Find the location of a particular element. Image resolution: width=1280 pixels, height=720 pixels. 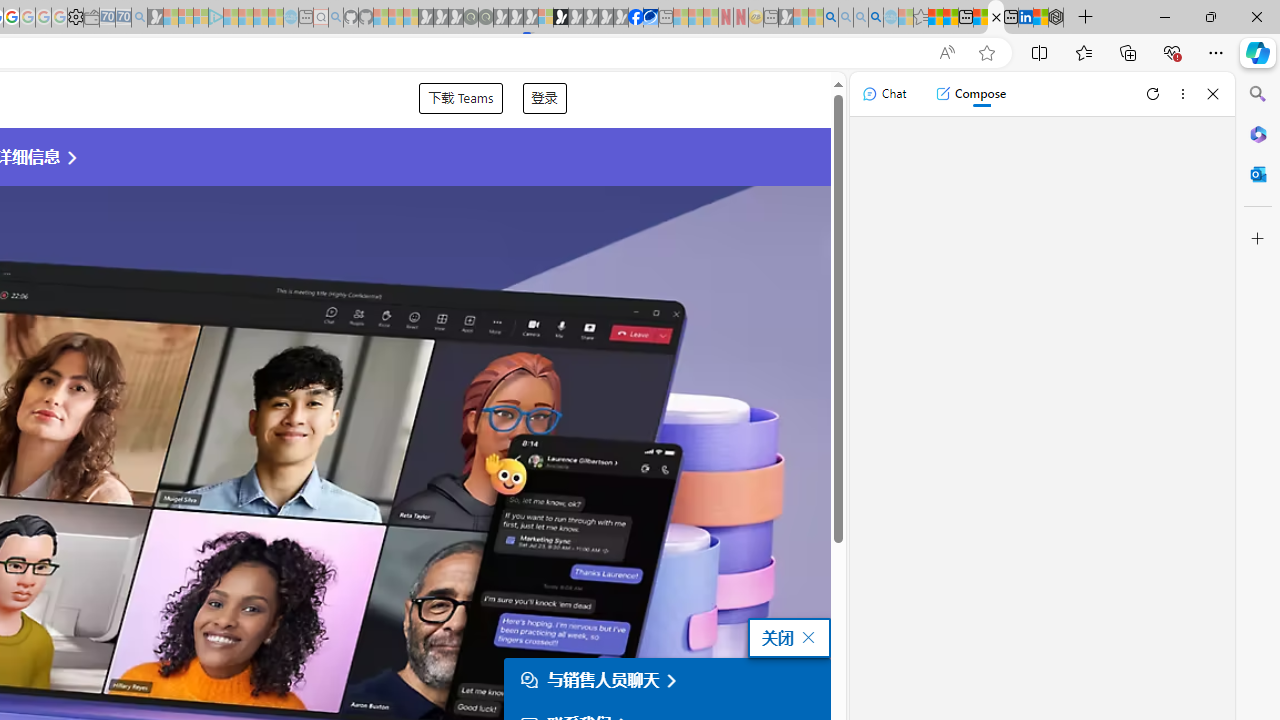

'Favorites - Sleeping' is located at coordinates (919, 17).